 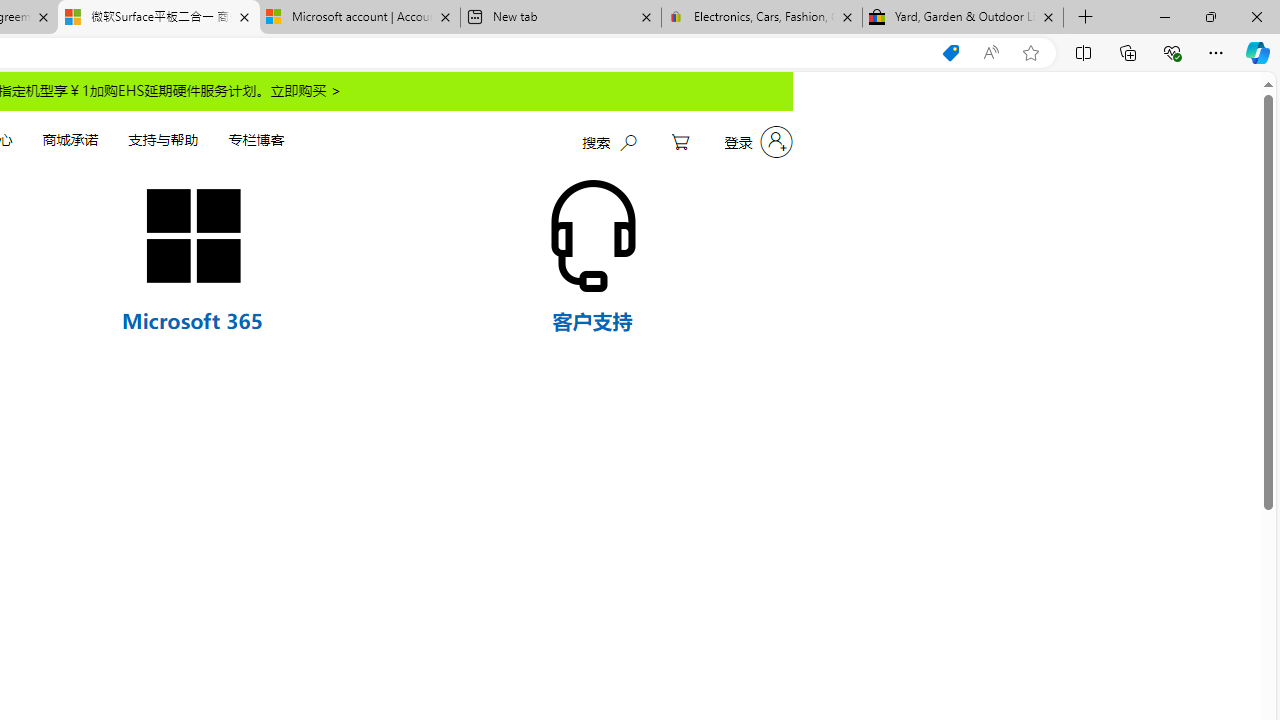 What do you see at coordinates (1128, 51) in the screenshot?
I see `'Collections'` at bounding box center [1128, 51].